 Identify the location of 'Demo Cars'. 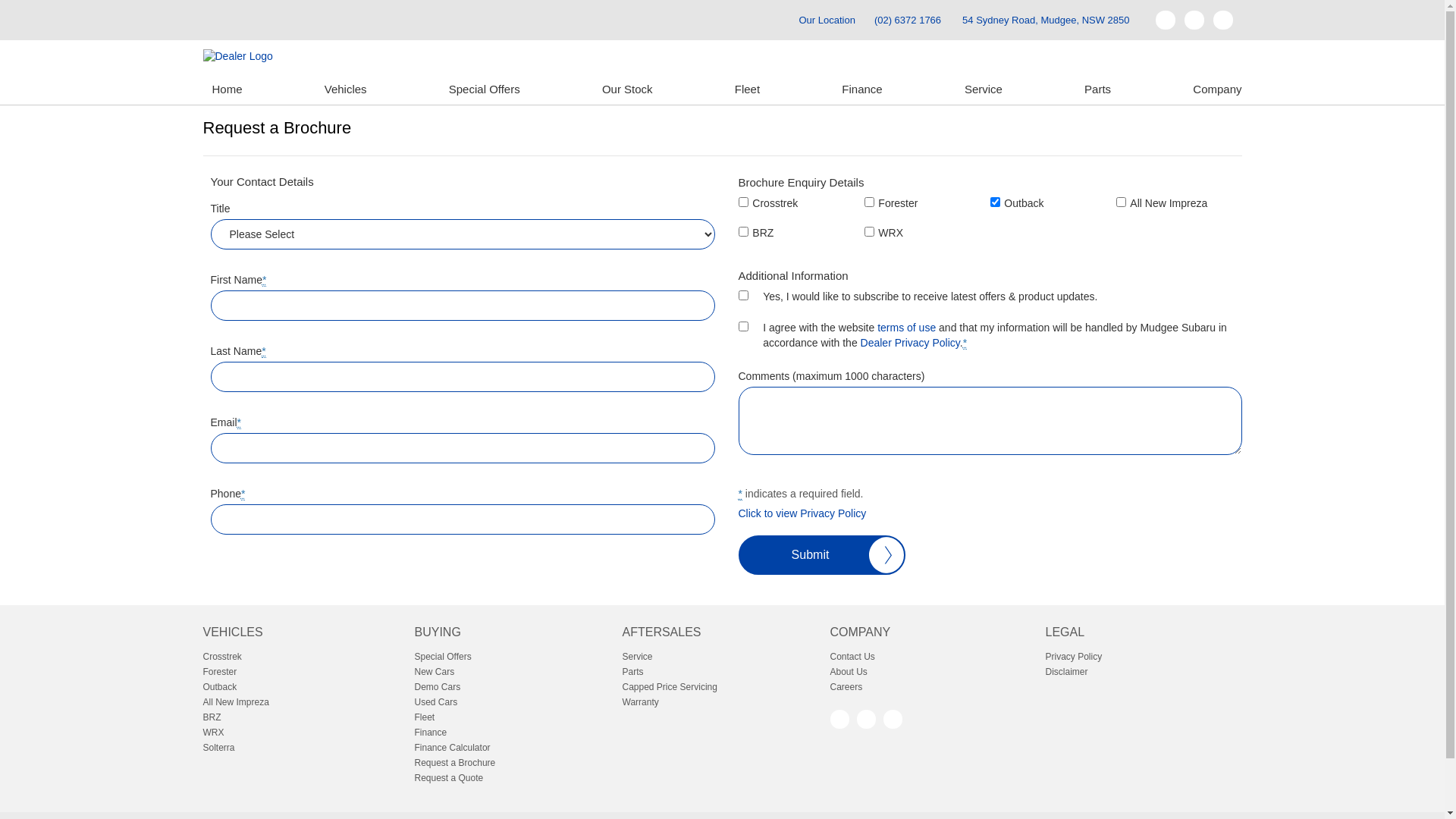
(513, 687).